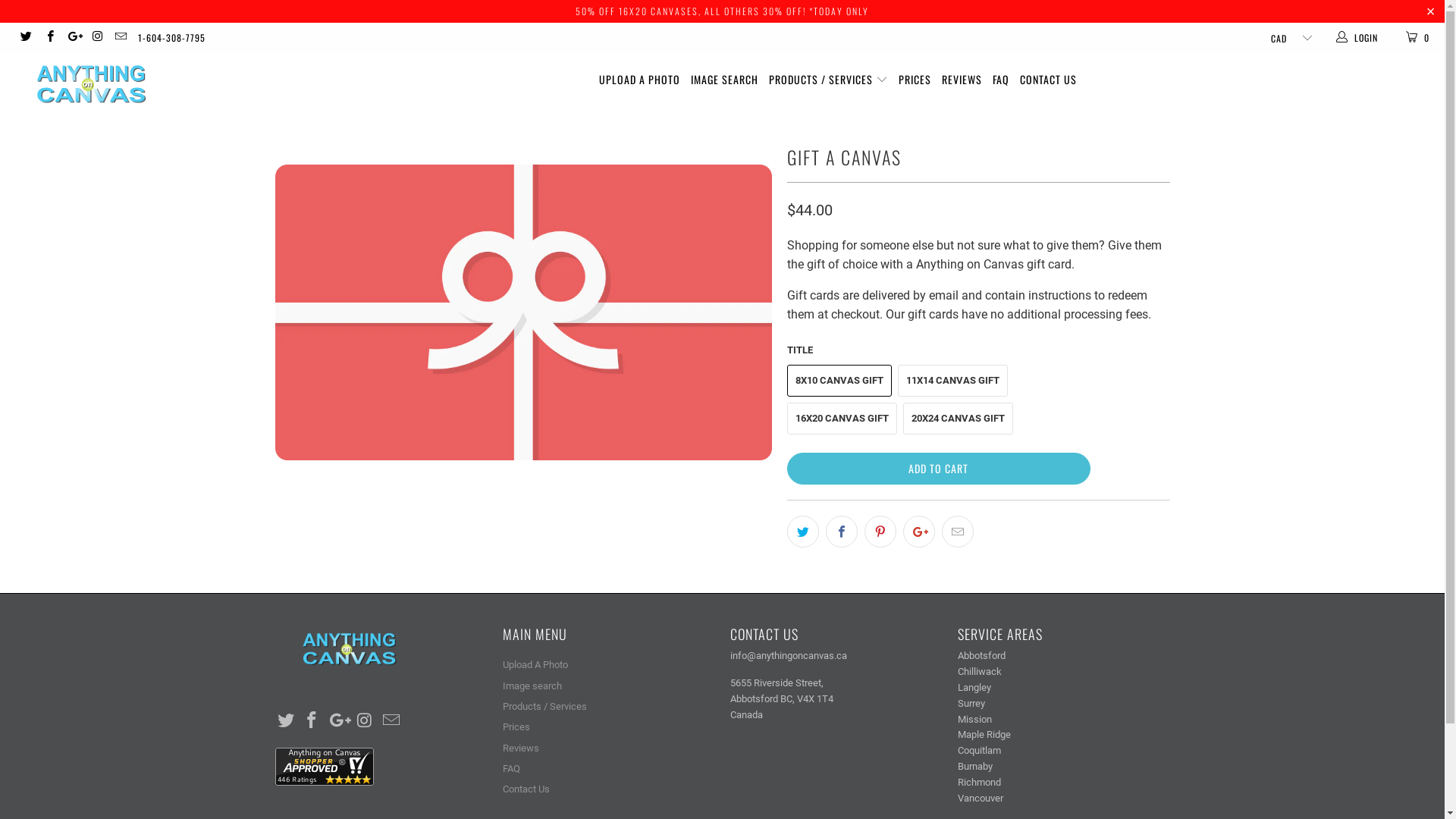 Image resolution: width=1456 pixels, height=819 pixels. Describe the element at coordinates (72, 37) in the screenshot. I see `'Anything on Canvas on Google+'` at that location.